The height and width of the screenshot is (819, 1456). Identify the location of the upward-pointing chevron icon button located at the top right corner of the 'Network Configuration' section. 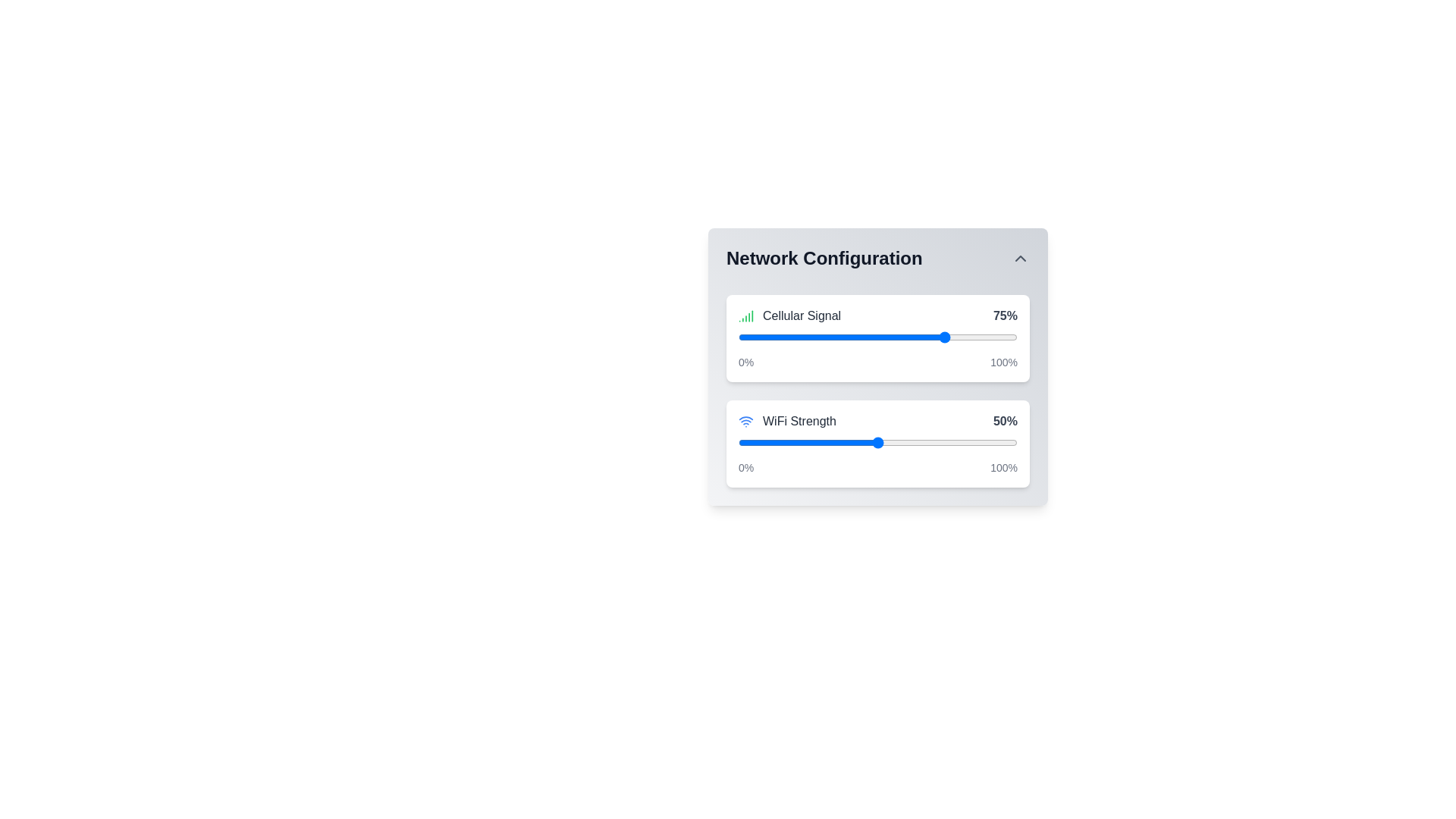
(1020, 257).